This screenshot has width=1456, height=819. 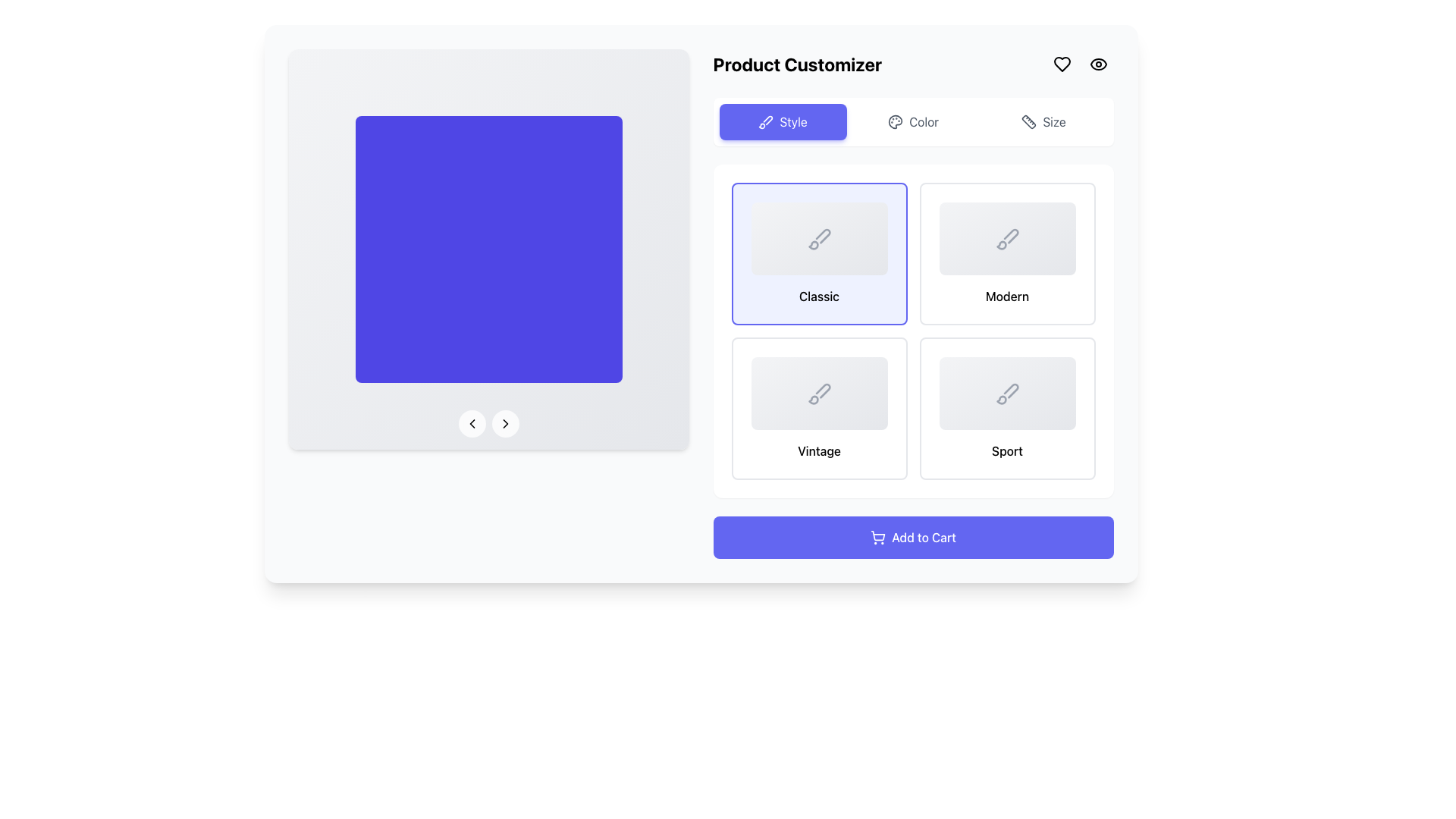 What do you see at coordinates (818, 450) in the screenshot?
I see `text displayed in the bold label that says 'Vintage', located below the icon in the second element of the bottom row of the grid section` at bounding box center [818, 450].